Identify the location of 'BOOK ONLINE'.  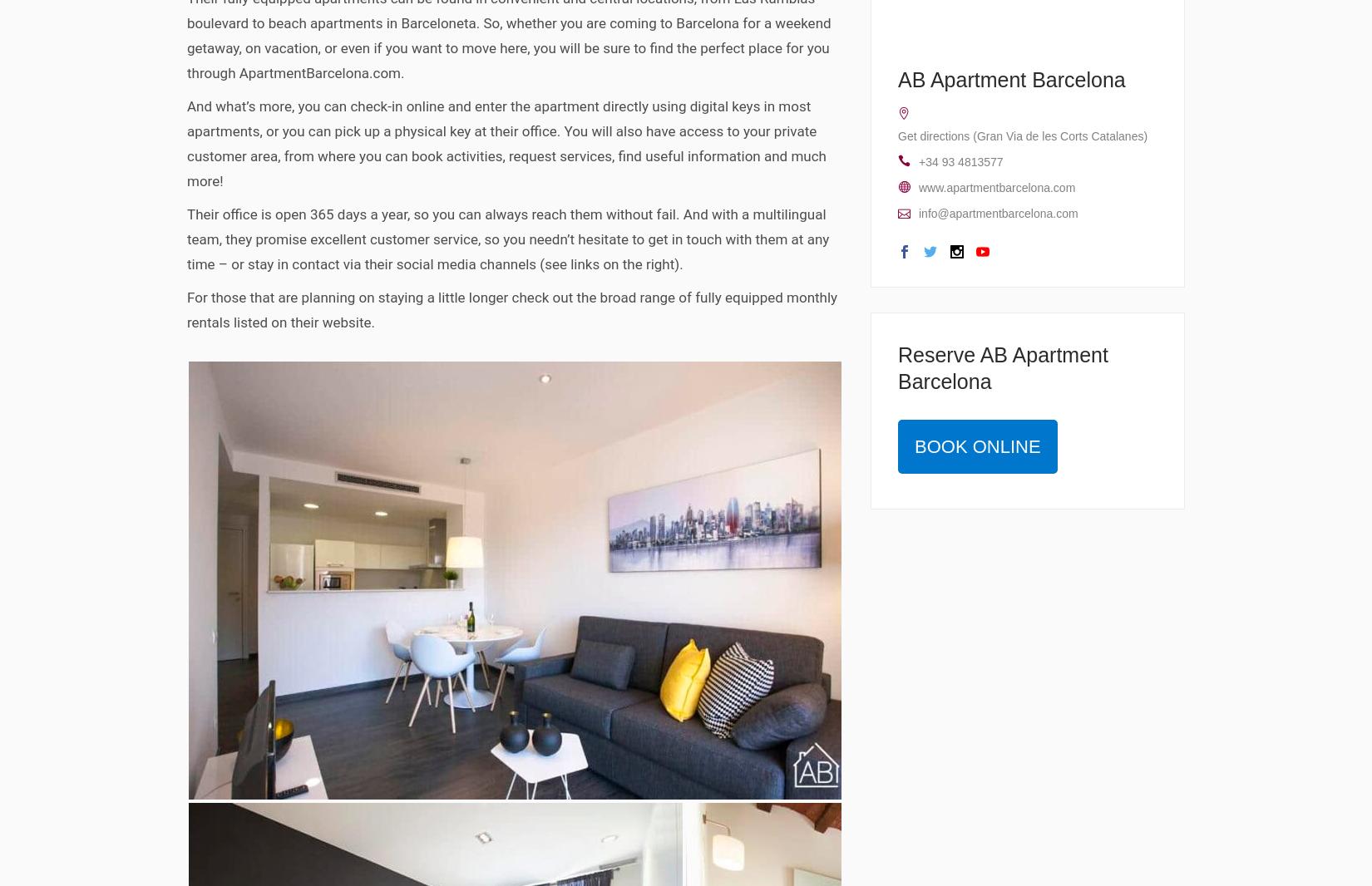
(977, 445).